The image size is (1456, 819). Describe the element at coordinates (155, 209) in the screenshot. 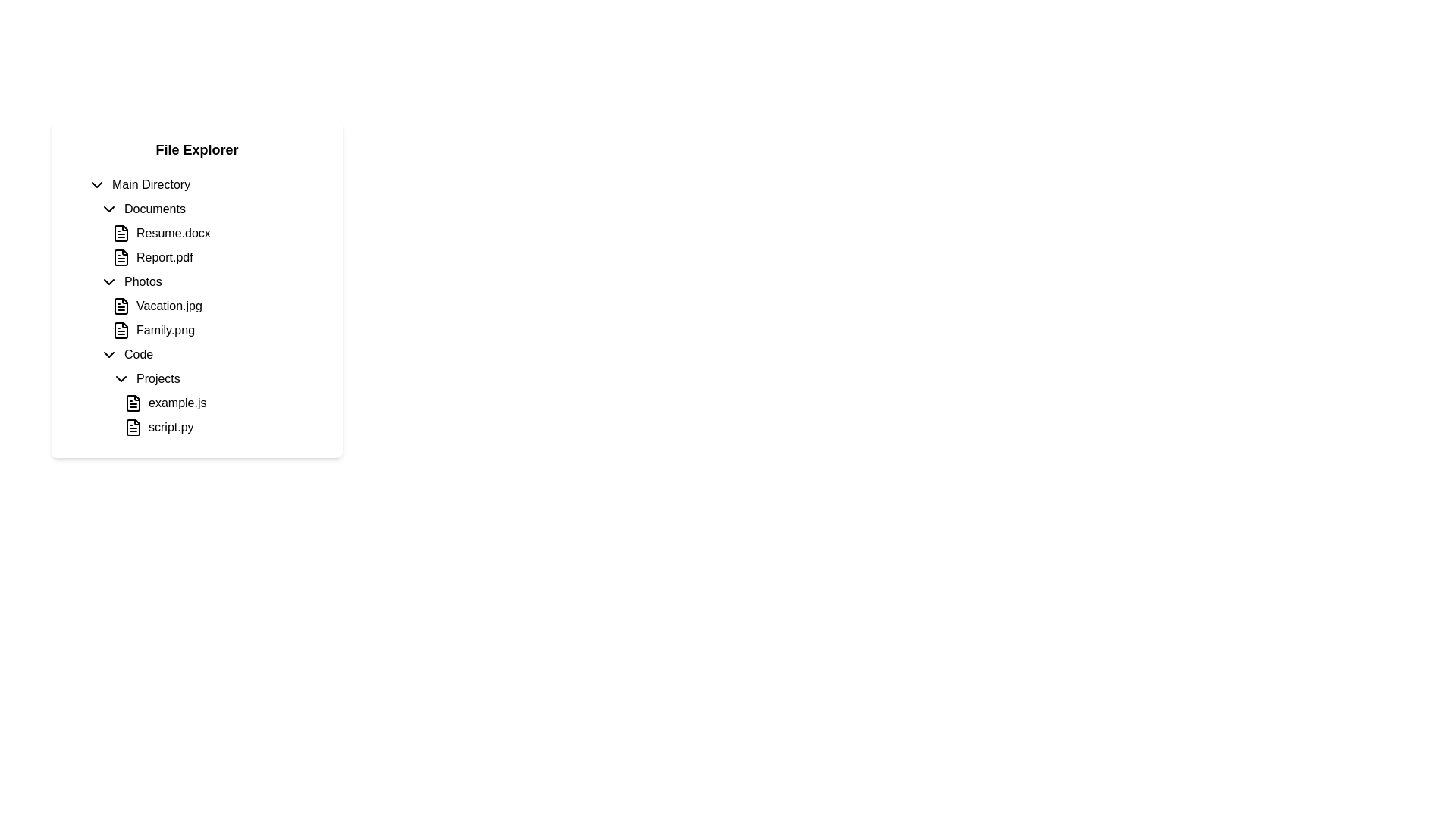

I see `the 'Documents' text label in the left sidebar under 'Main Directory'` at that location.